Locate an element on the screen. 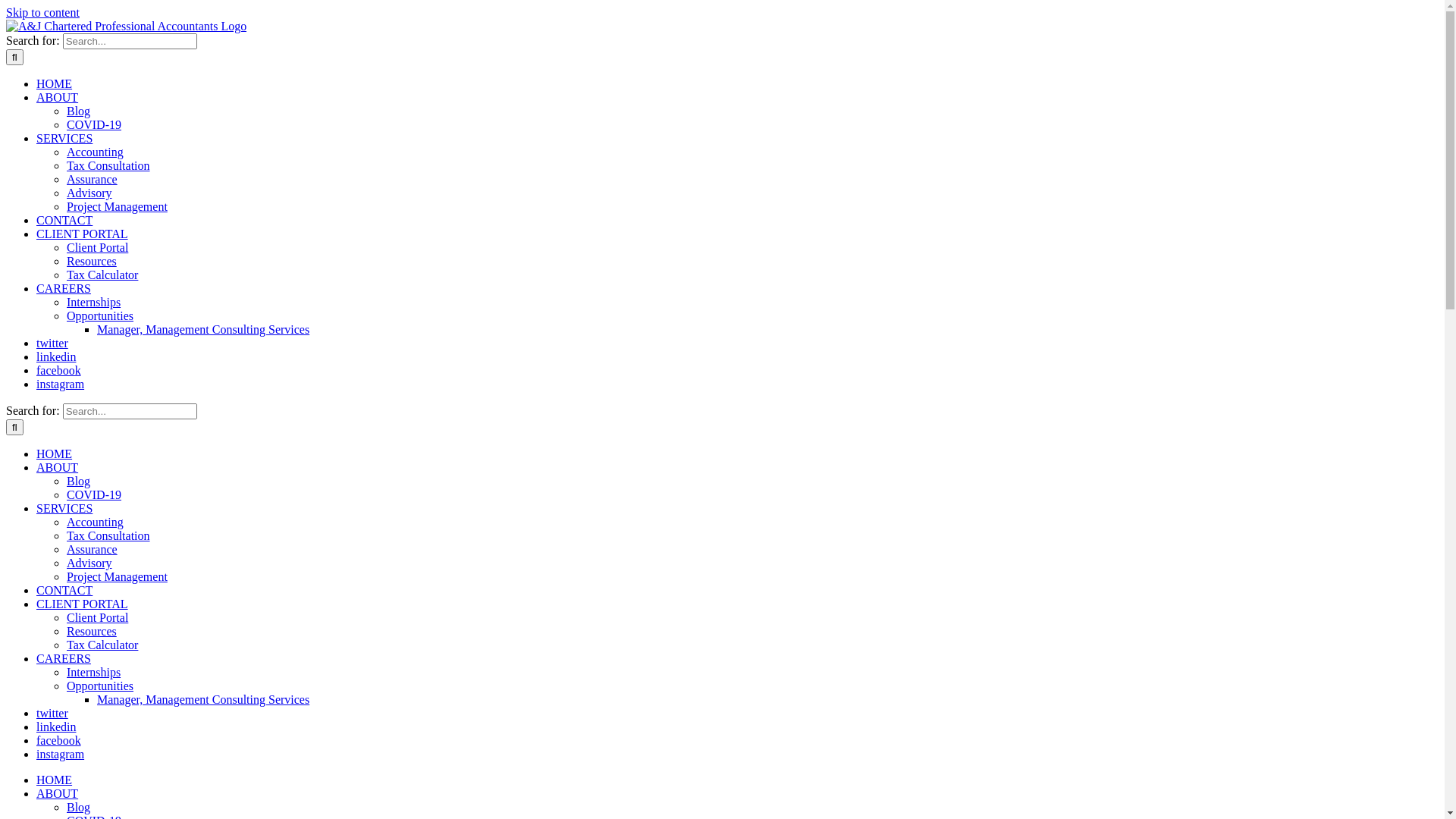 This screenshot has width=1456, height=819. 'linkedin' is located at coordinates (36, 726).